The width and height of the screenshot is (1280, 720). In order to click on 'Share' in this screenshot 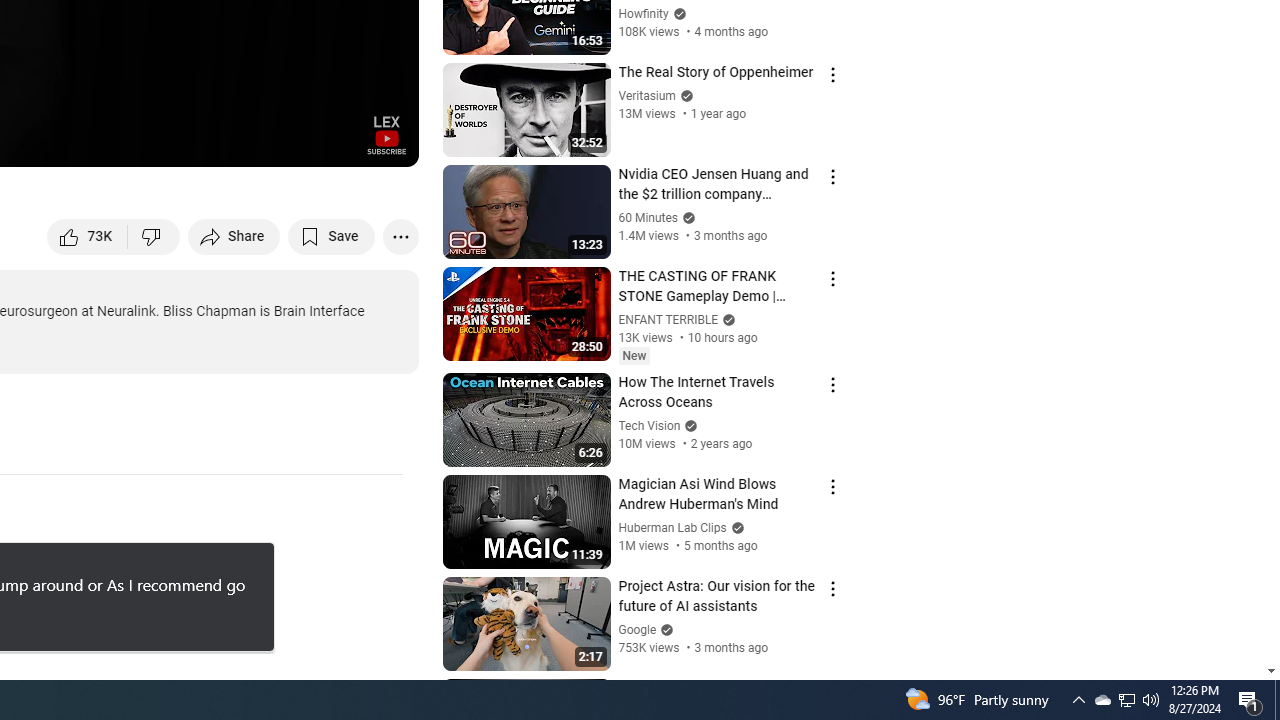, I will do `click(234, 235)`.